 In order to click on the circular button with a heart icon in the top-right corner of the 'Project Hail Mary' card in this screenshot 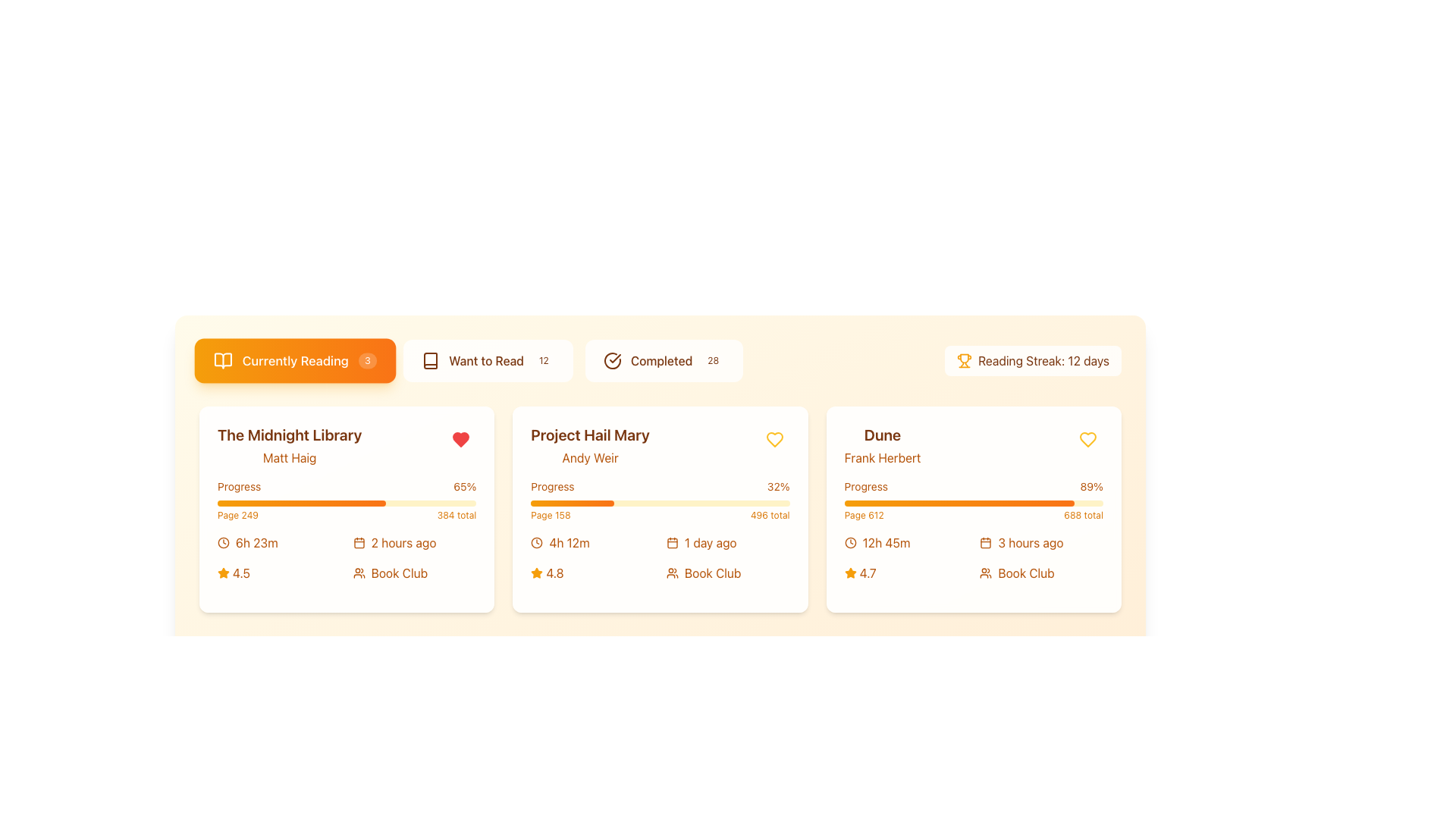, I will do `click(774, 439)`.